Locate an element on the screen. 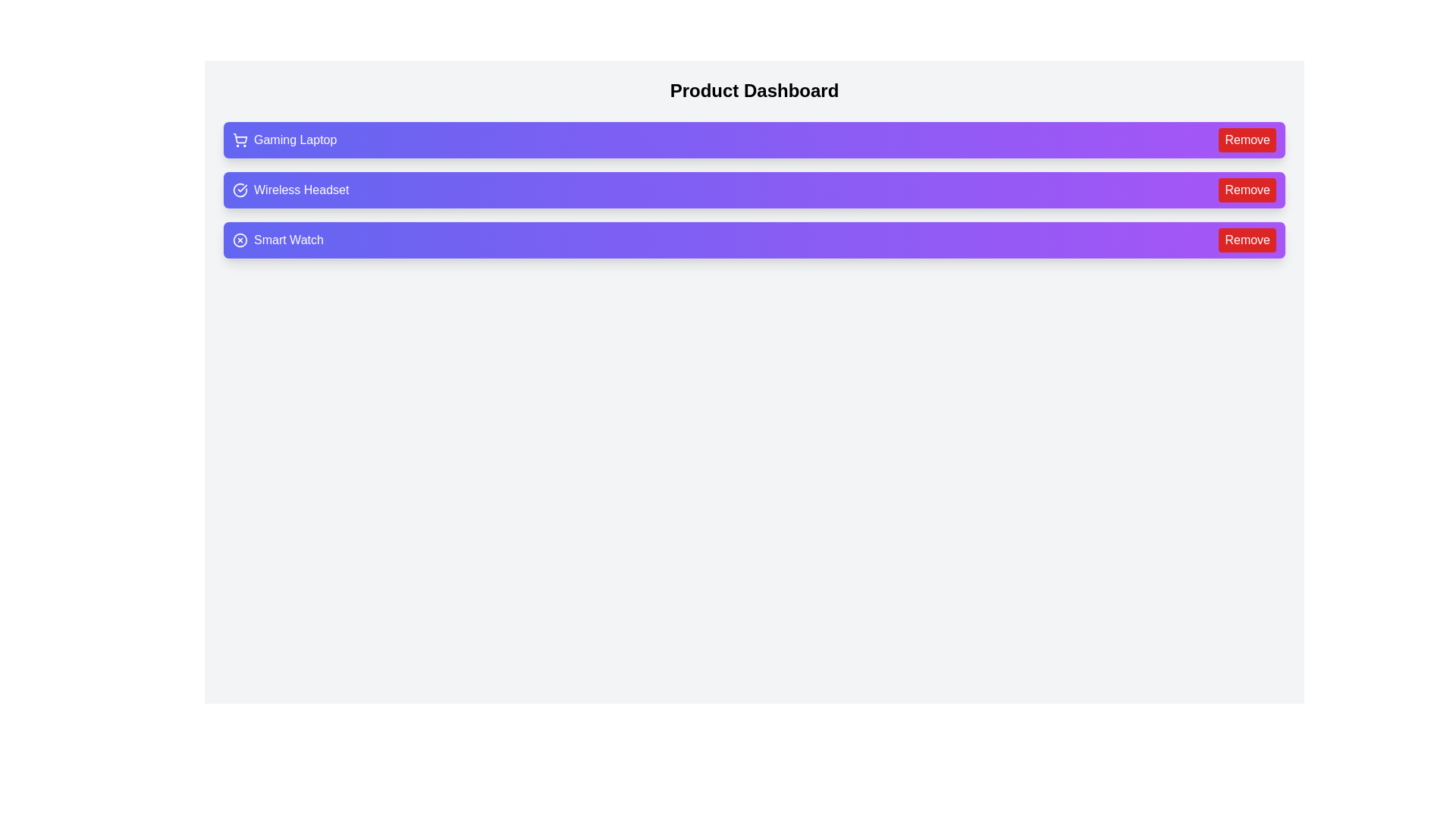 This screenshot has width=1456, height=819. 'Remove' button for the product labeled Gaming Laptop is located at coordinates (1247, 140).